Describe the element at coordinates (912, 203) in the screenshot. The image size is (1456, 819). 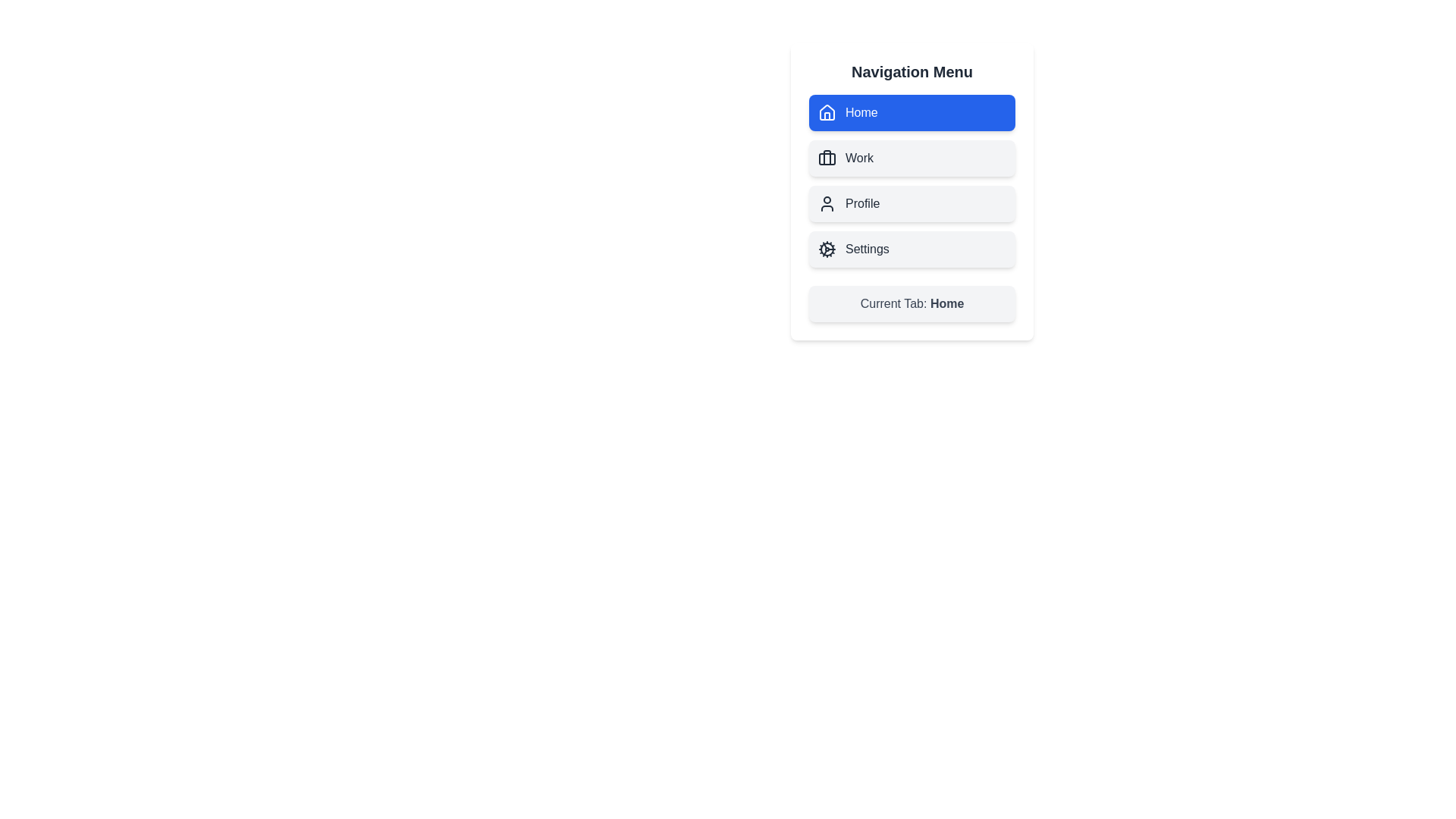
I see `the Profile tab to activate it` at that location.